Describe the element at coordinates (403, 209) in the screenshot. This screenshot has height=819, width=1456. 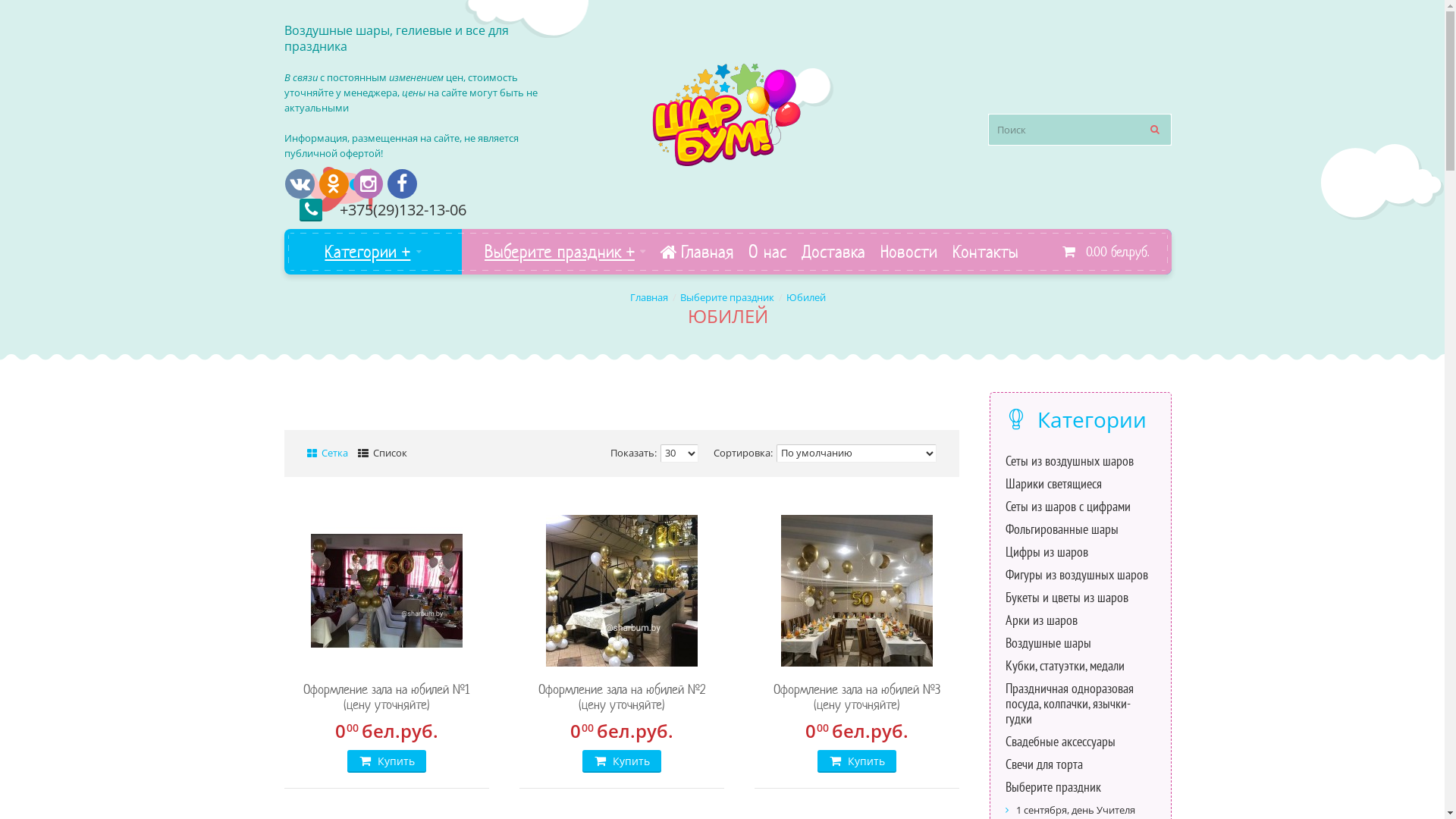
I see `'+375(29)132-13-06'` at that location.